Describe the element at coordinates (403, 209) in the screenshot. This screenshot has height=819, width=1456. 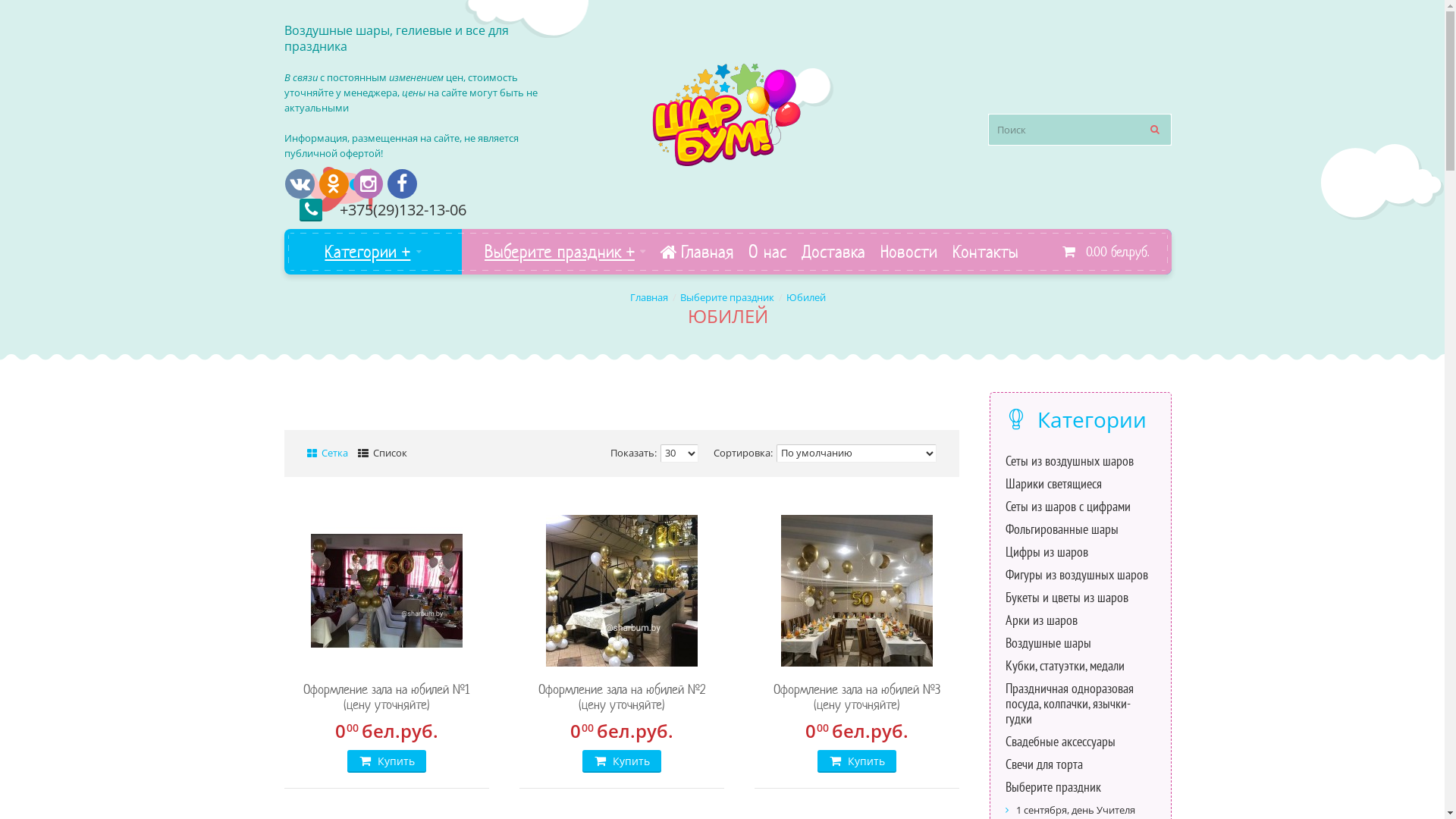
I see `'+375(29)132-13-06'` at that location.